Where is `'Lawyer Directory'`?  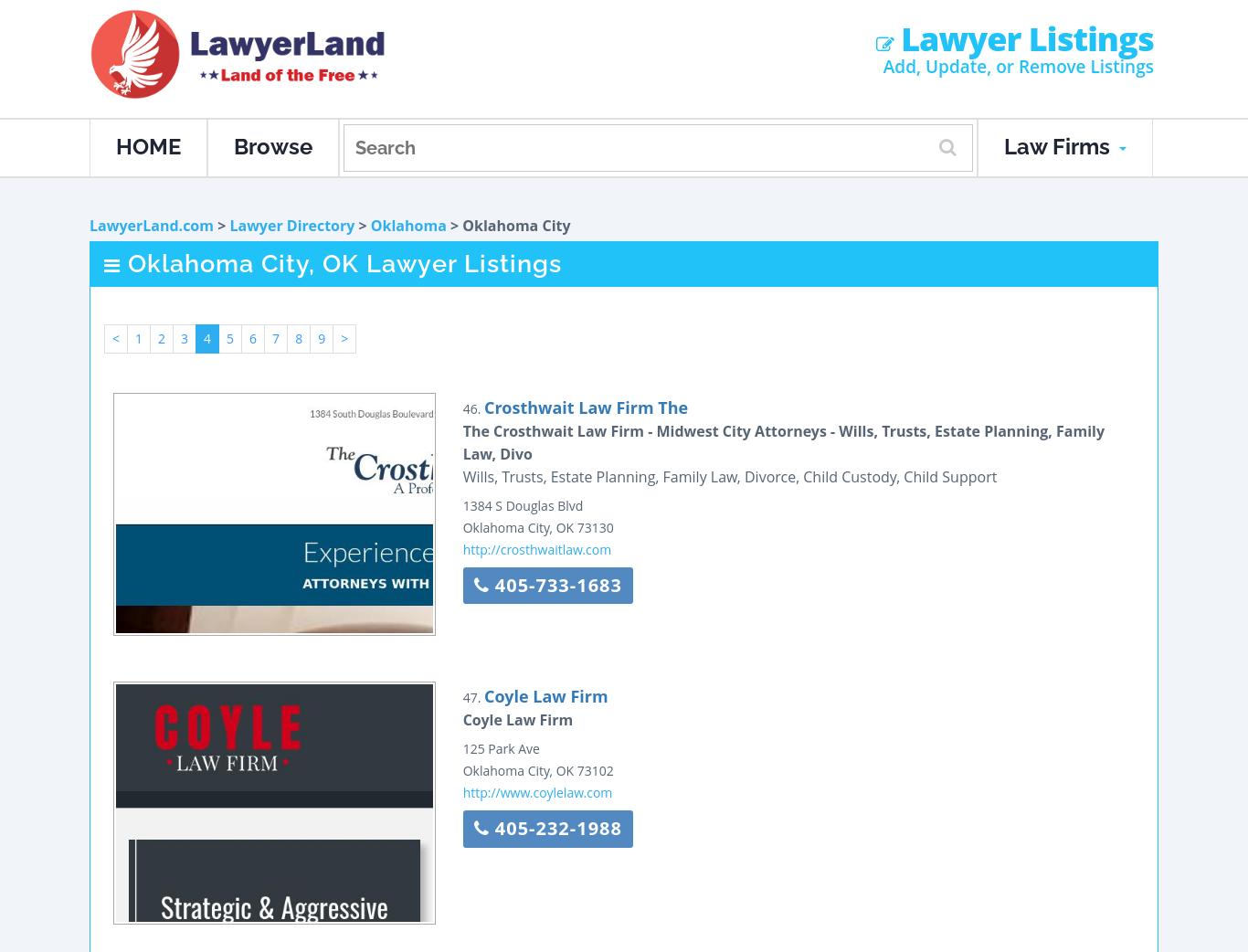 'Lawyer Directory' is located at coordinates (291, 224).